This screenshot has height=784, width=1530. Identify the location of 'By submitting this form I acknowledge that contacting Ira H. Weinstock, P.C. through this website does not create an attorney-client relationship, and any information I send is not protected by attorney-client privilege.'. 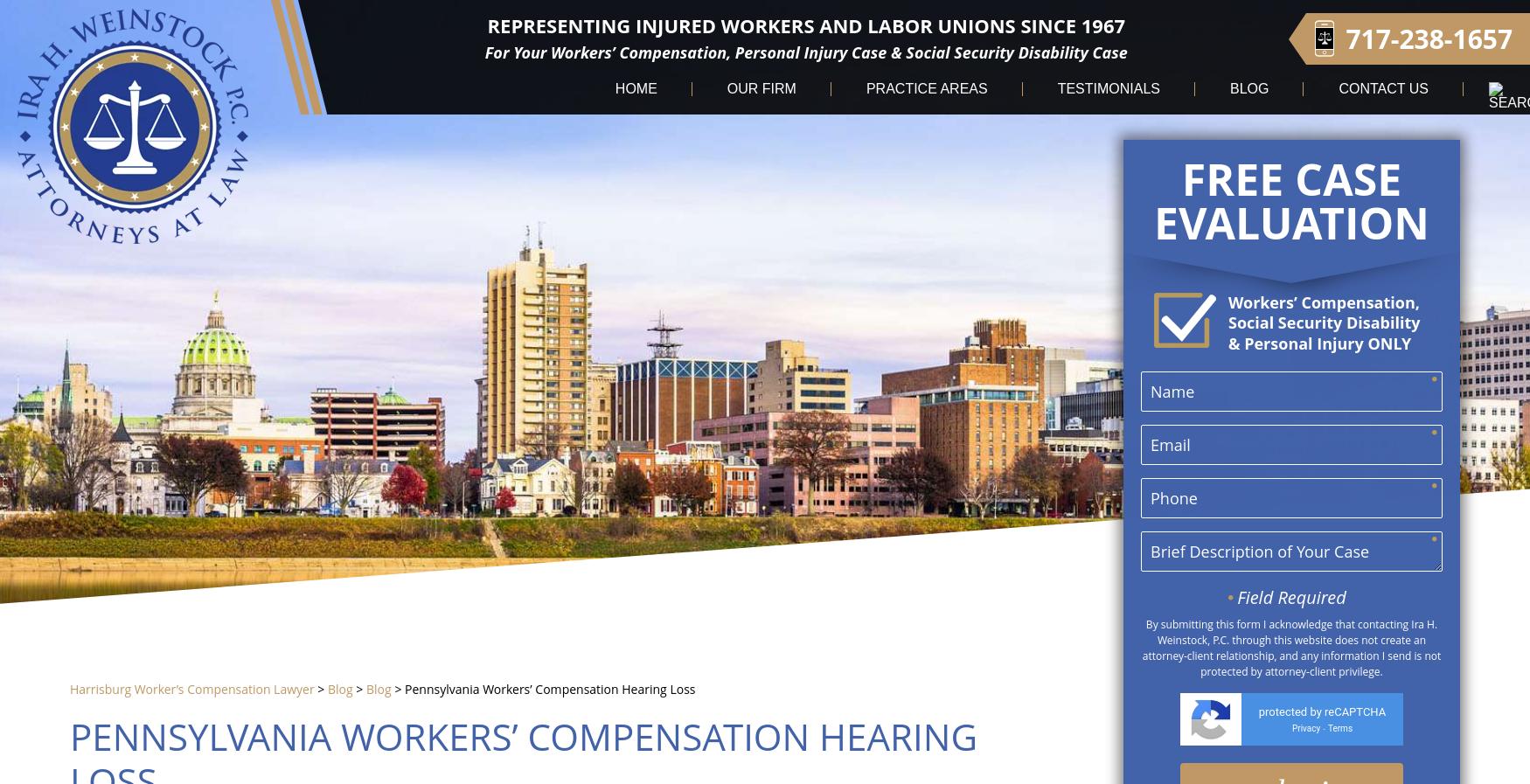
(1141, 648).